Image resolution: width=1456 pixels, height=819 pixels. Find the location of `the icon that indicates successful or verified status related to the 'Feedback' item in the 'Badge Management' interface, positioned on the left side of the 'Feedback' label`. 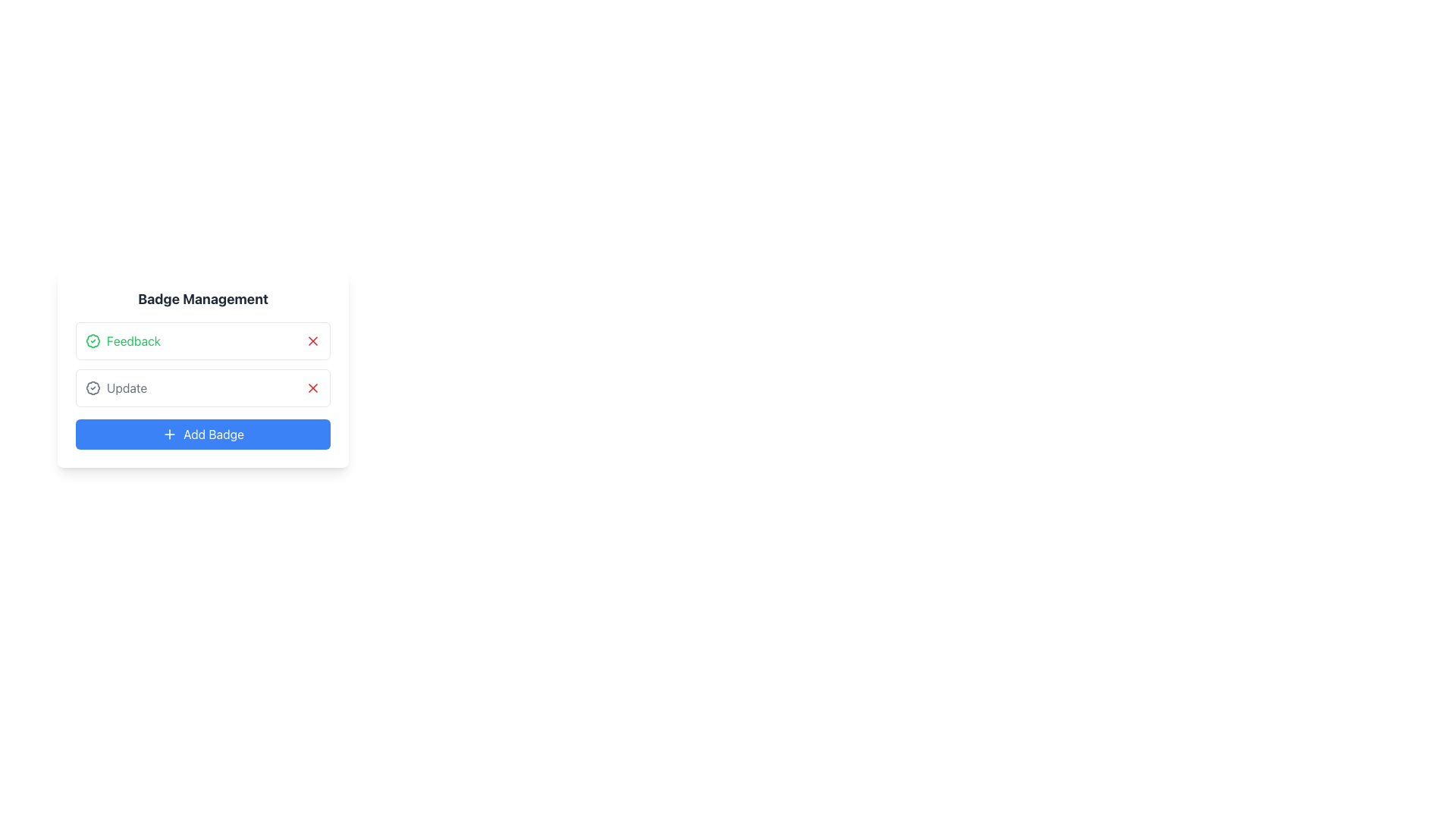

the icon that indicates successful or verified status related to the 'Feedback' item in the 'Badge Management' interface, positioned on the left side of the 'Feedback' label is located at coordinates (93, 341).